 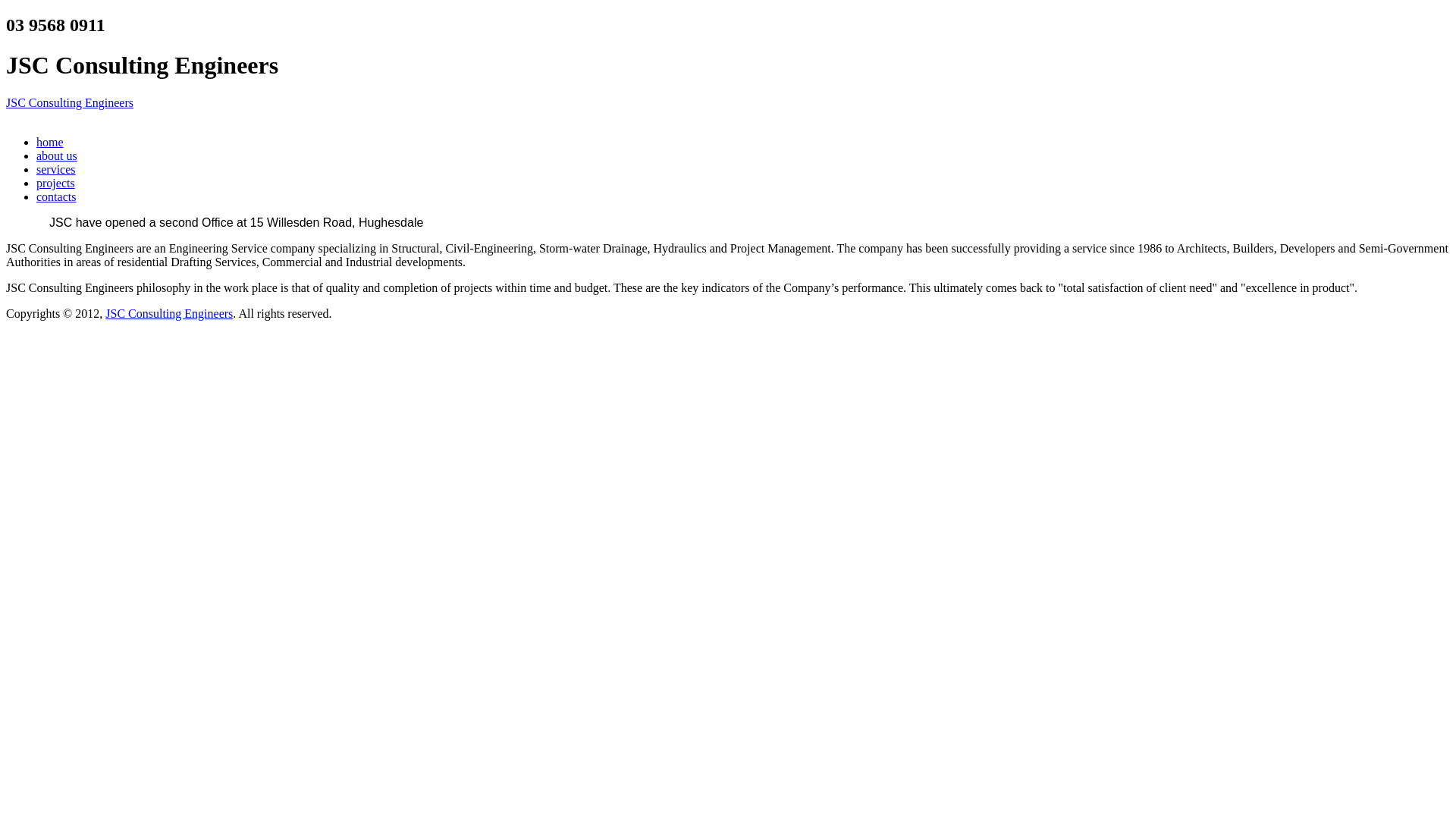 What do you see at coordinates (55, 196) in the screenshot?
I see `'contacts'` at bounding box center [55, 196].